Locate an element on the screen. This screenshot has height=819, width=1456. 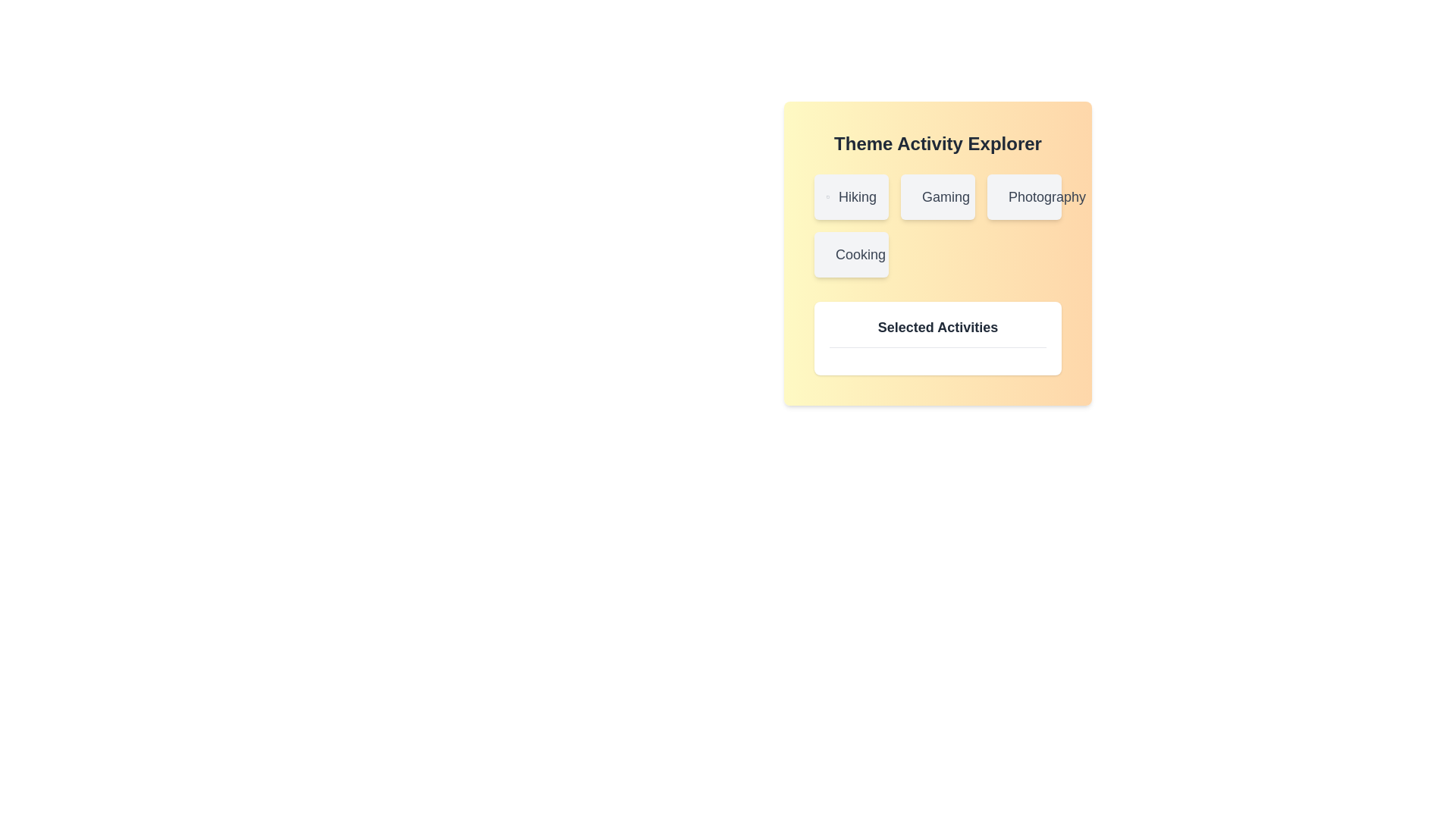
text from the heading labeled 'Theme Activity Explorer', which is styled as bold and large dark gray text at the top-center of the section is located at coordinates (937, 143).